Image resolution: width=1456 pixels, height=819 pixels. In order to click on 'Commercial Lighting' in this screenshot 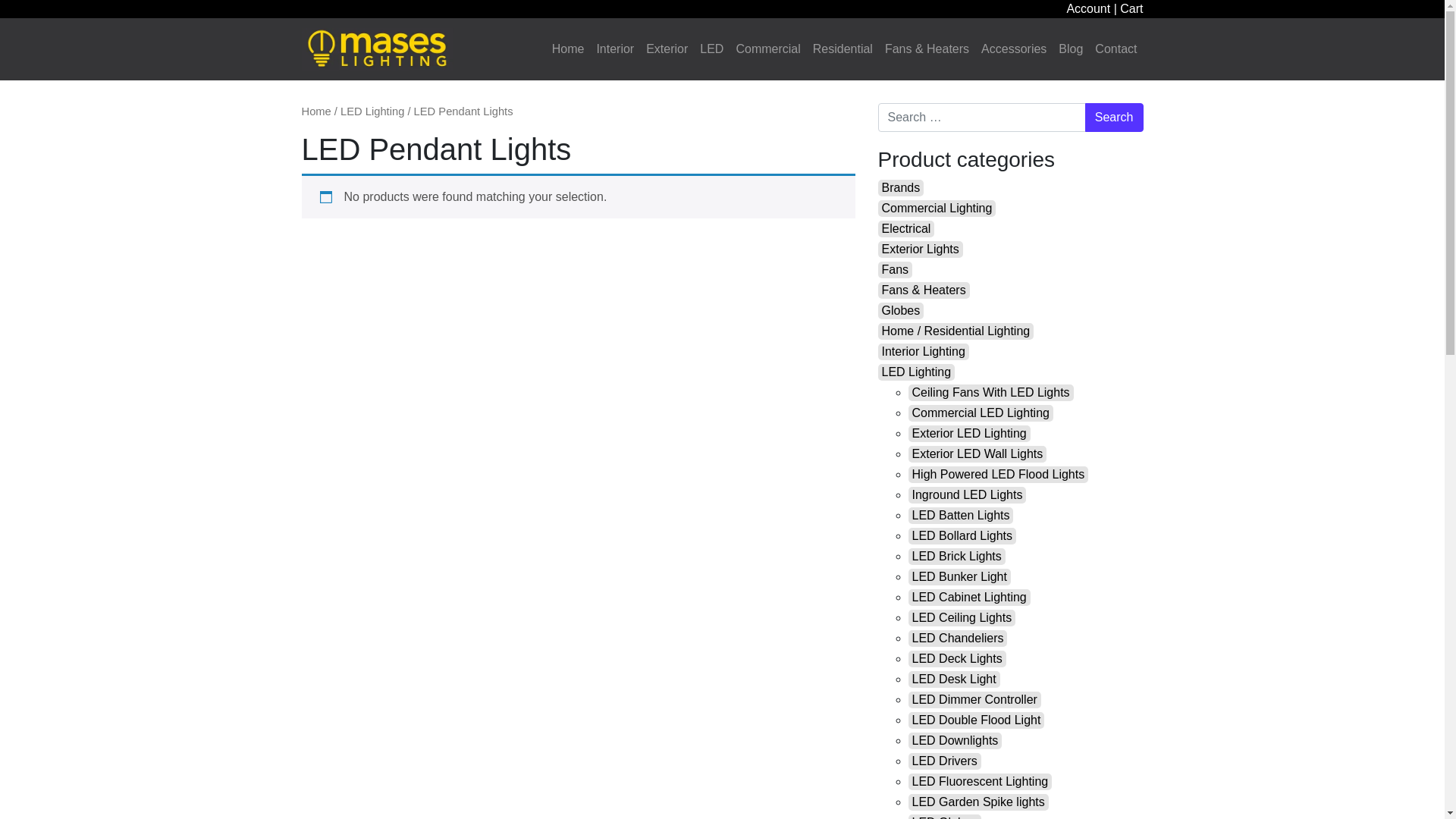, I will do `click(937, 208)`.